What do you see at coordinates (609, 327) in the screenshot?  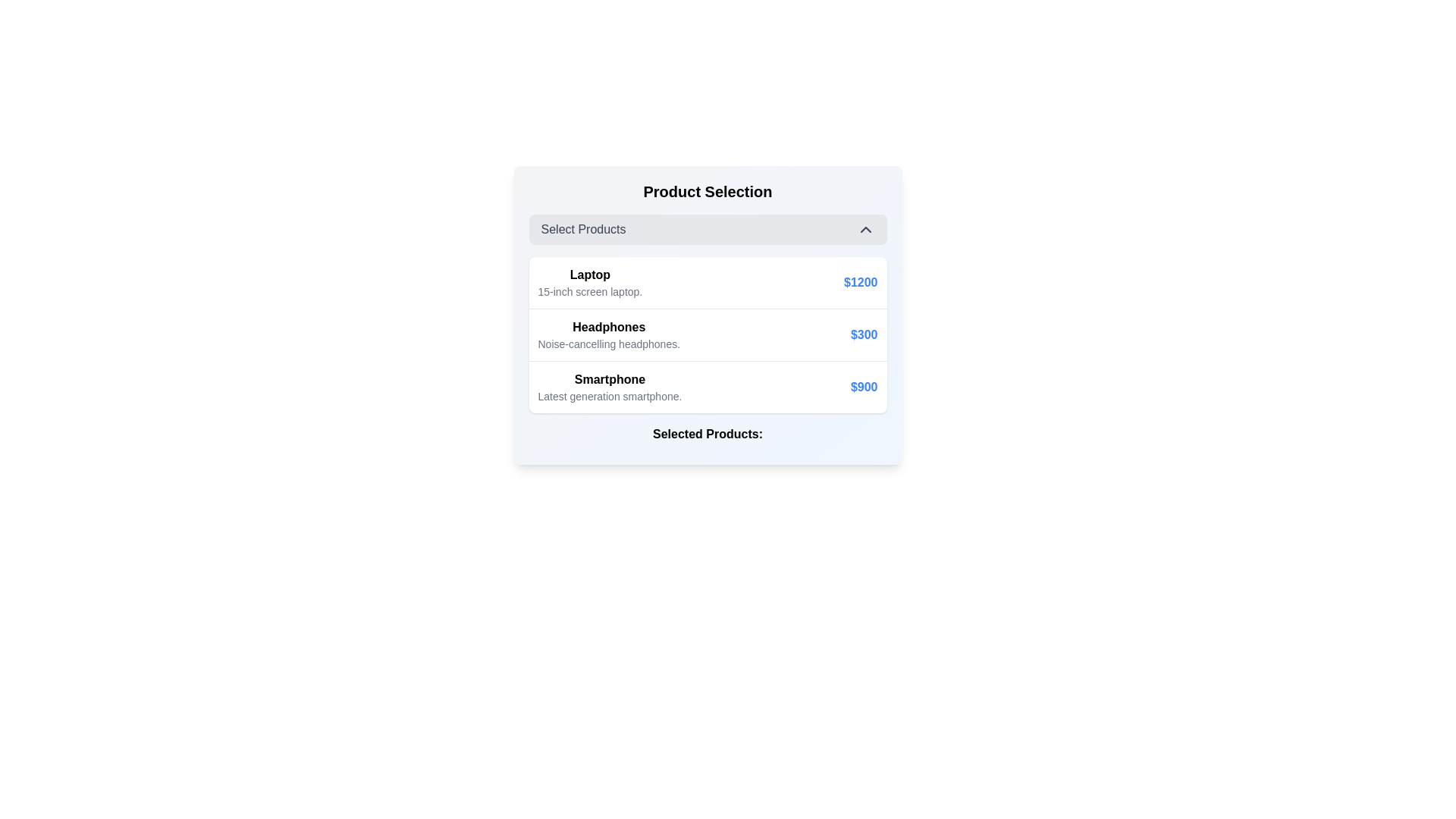 I see `the primary text label that identifies the second product option in the list, which is positioned above the description text for 'Noise-cancelling headphones.'` at bounding box center [609, 327].